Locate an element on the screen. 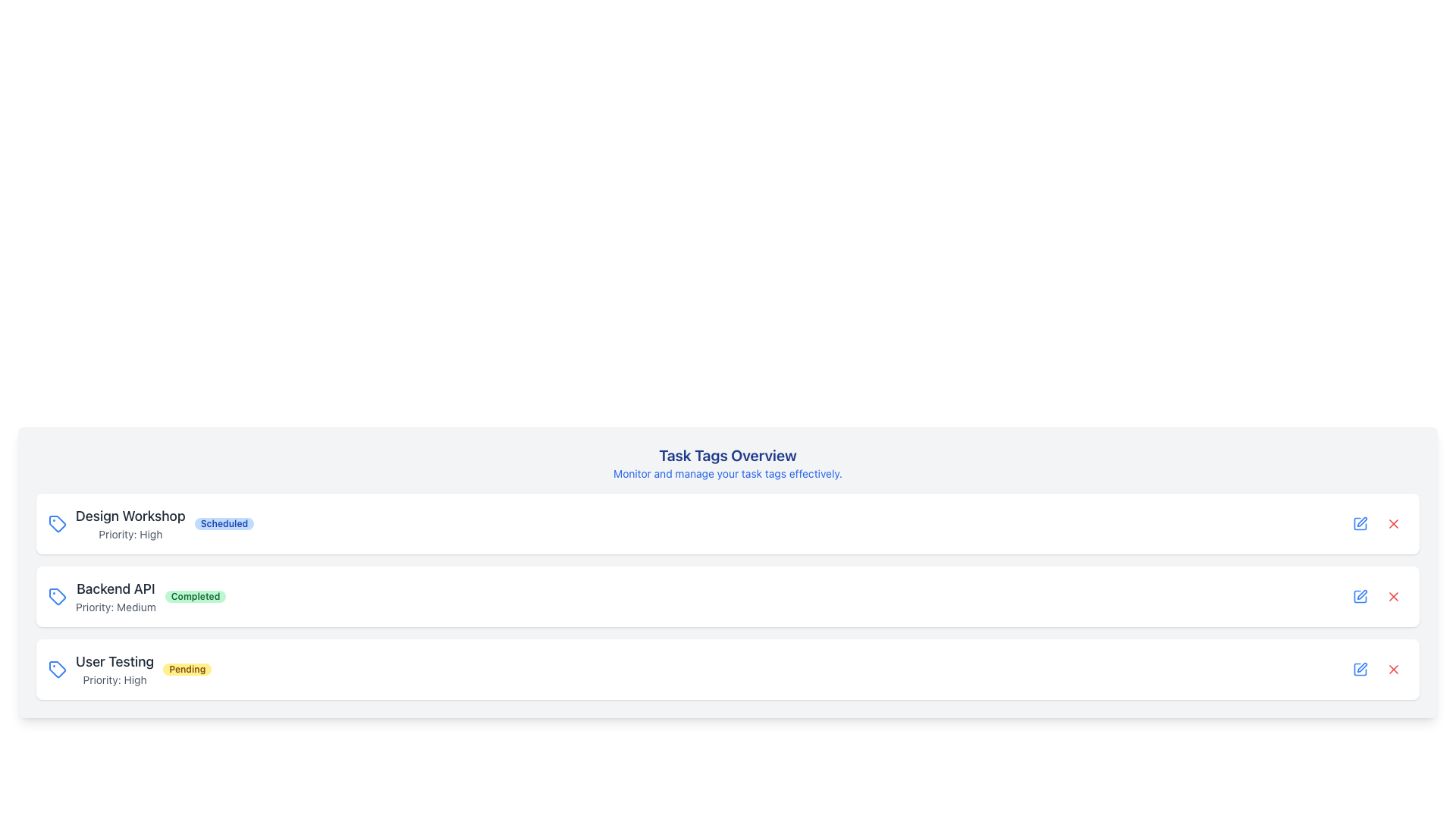 This screenshot has height=819, width=1456. the 'Pending' tag on the third task card in the vertical list to change the task status is located at coordinates (130, 669).